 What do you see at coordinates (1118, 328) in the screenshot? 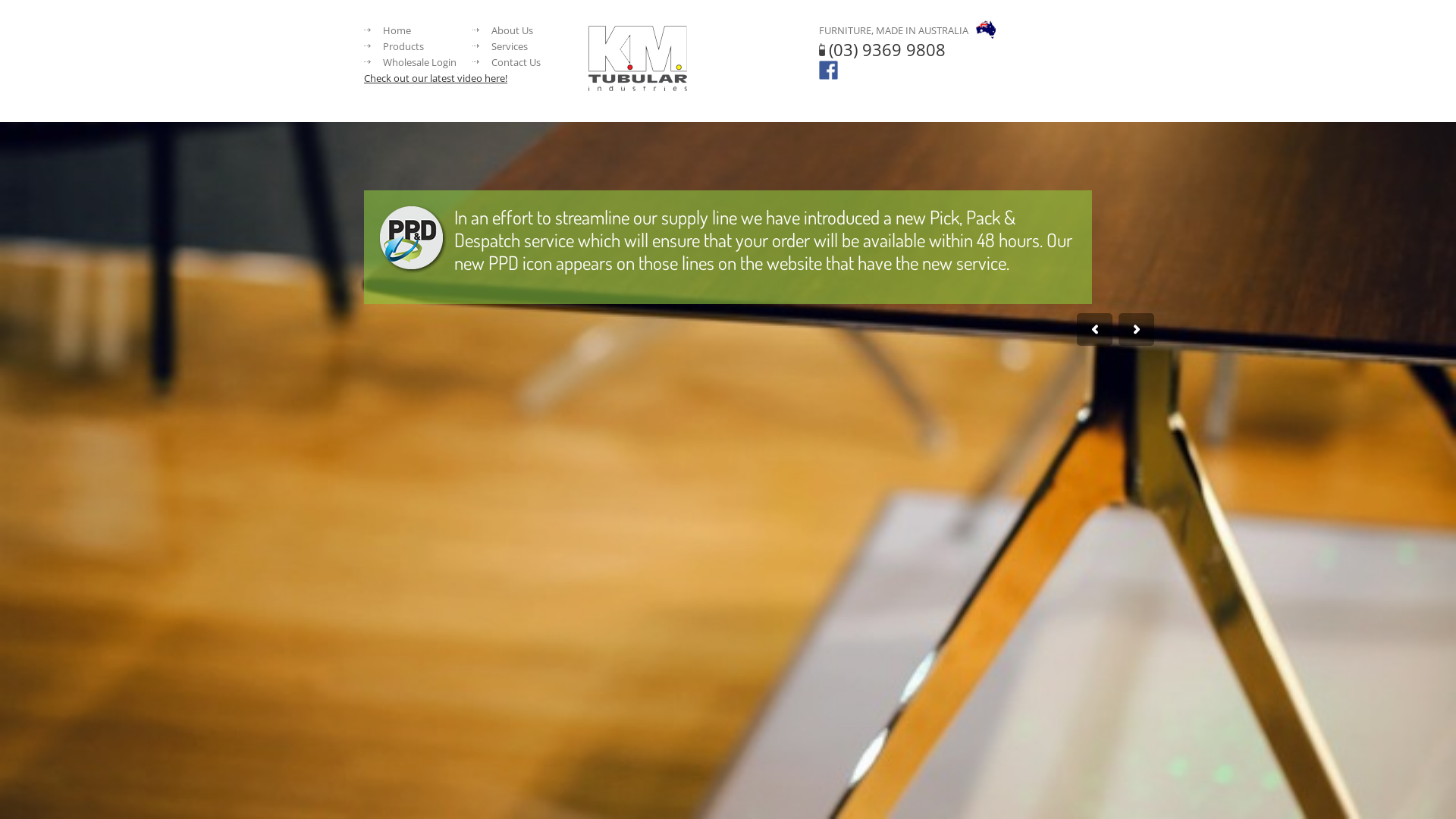
I see `'Next'` at bounding box center [1118, 328].